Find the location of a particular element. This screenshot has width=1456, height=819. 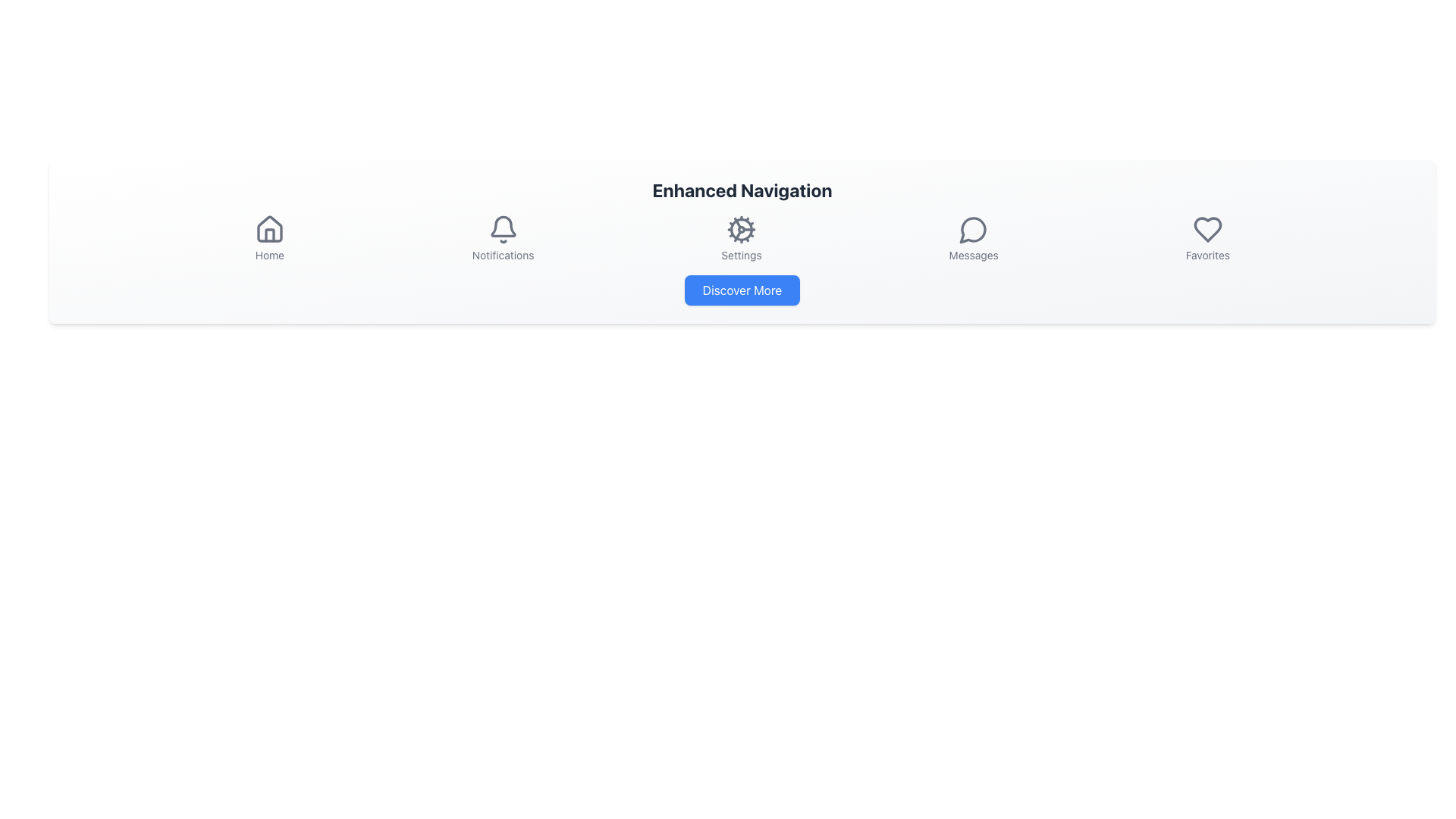

the 'Settings' cogwheel icon, which is located in the horizontal navigation bar between the 'Enhanced Navigation' text and the blue 'Discover More' button, to change its color is located at coordinates (742, 230).